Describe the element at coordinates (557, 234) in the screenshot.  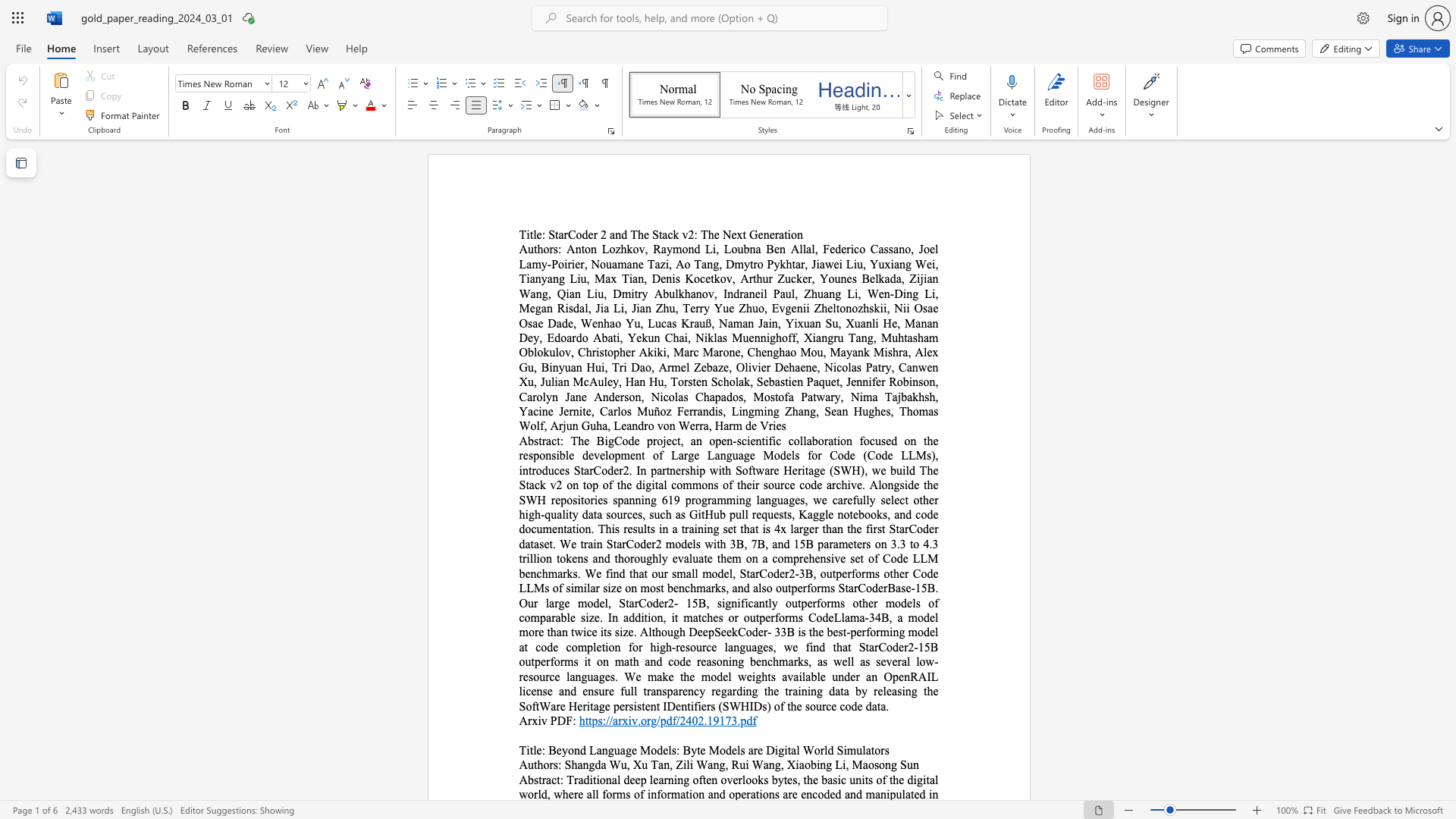
I see `the subset text "arCoder 2 and The Stack v2: The Next Gen" within the text "StarCoder 2 and The Stack v2: The Next Generation"` at that location.